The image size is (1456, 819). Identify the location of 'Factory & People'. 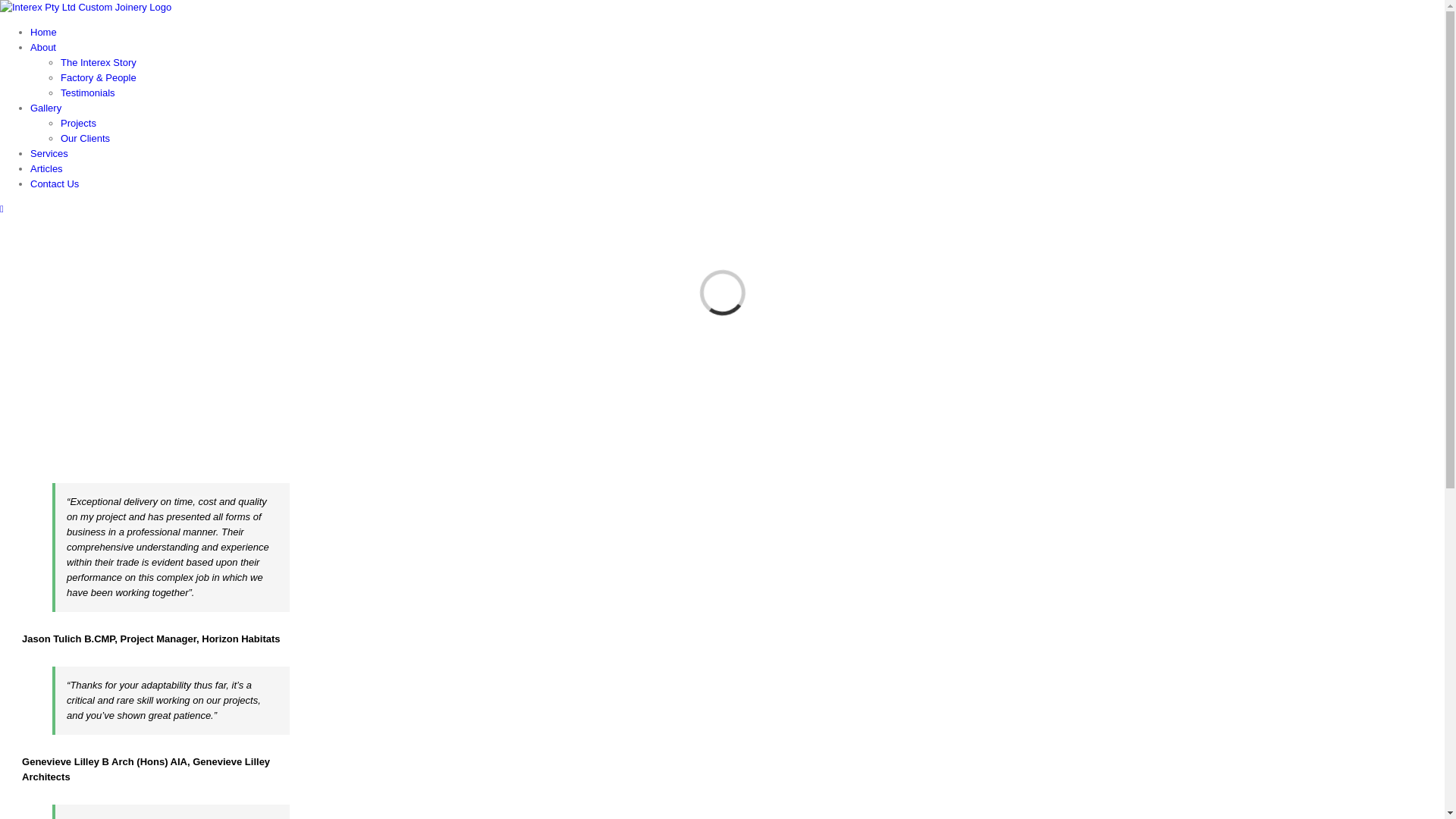
(61, 77).